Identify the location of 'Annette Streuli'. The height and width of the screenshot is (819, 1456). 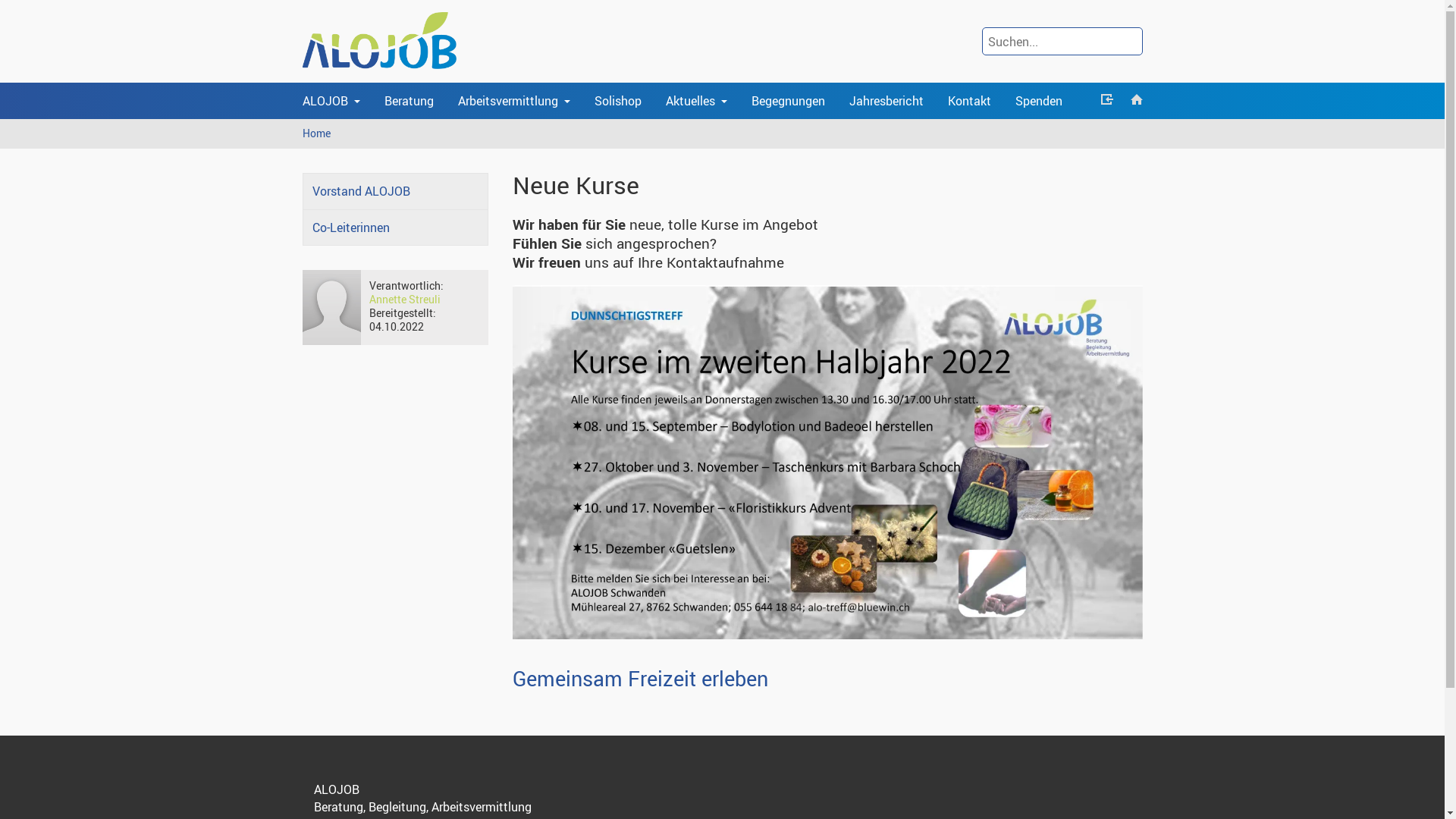
(404, 299).